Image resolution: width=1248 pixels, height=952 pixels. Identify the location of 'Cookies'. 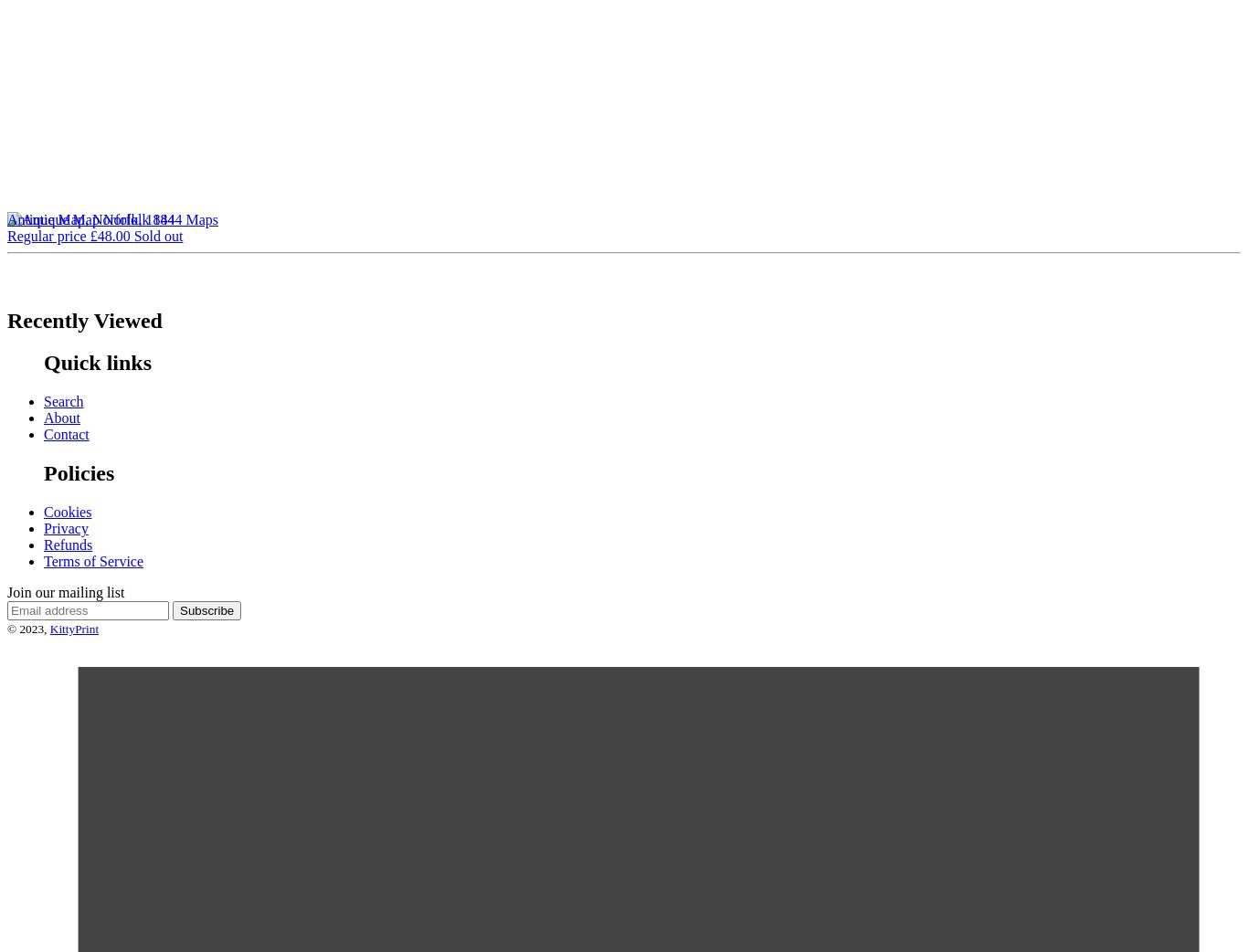
(68, 511).